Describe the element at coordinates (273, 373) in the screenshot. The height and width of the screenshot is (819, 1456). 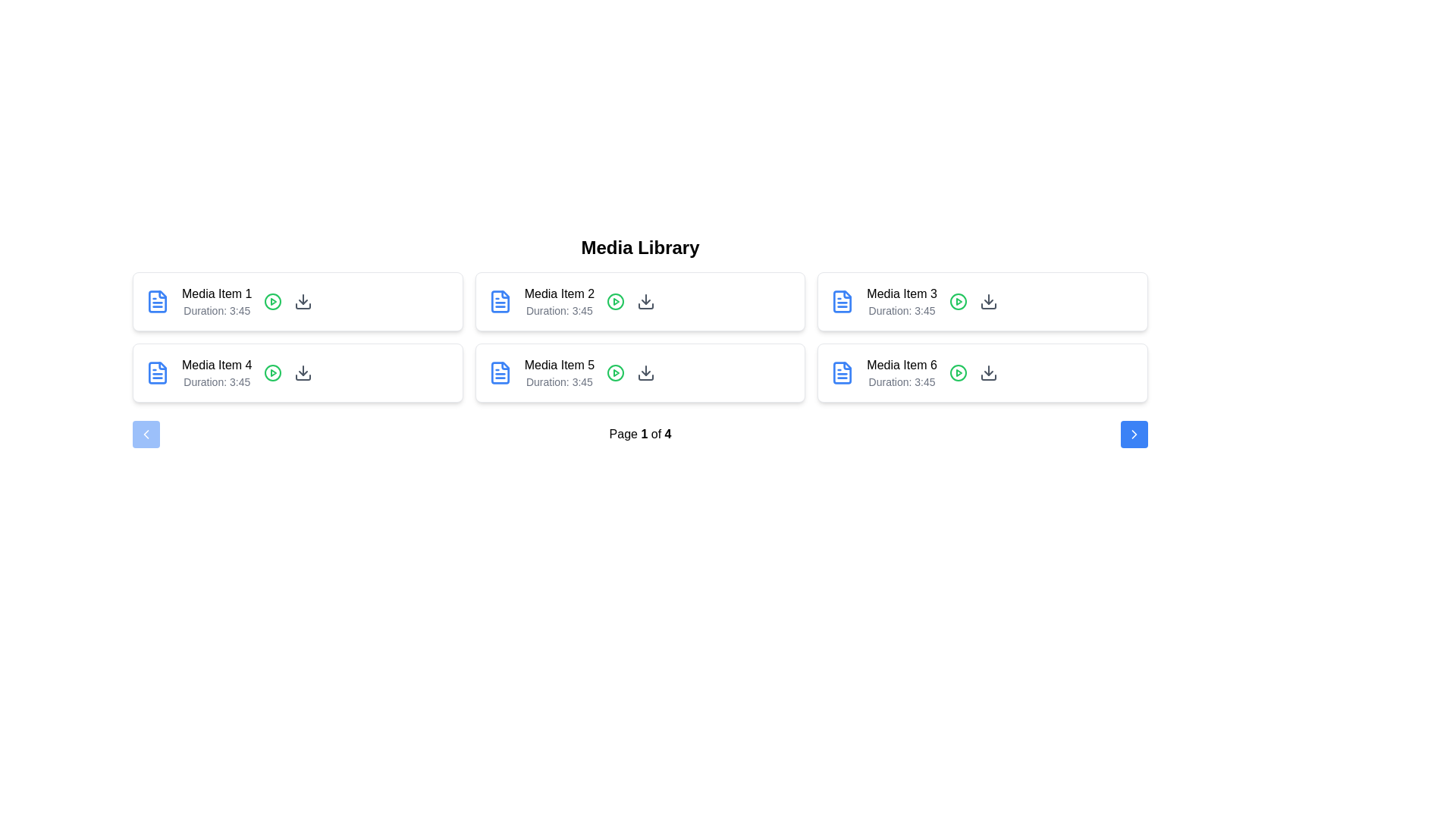
I see `the play button for 'Media Item 4'` at that location.